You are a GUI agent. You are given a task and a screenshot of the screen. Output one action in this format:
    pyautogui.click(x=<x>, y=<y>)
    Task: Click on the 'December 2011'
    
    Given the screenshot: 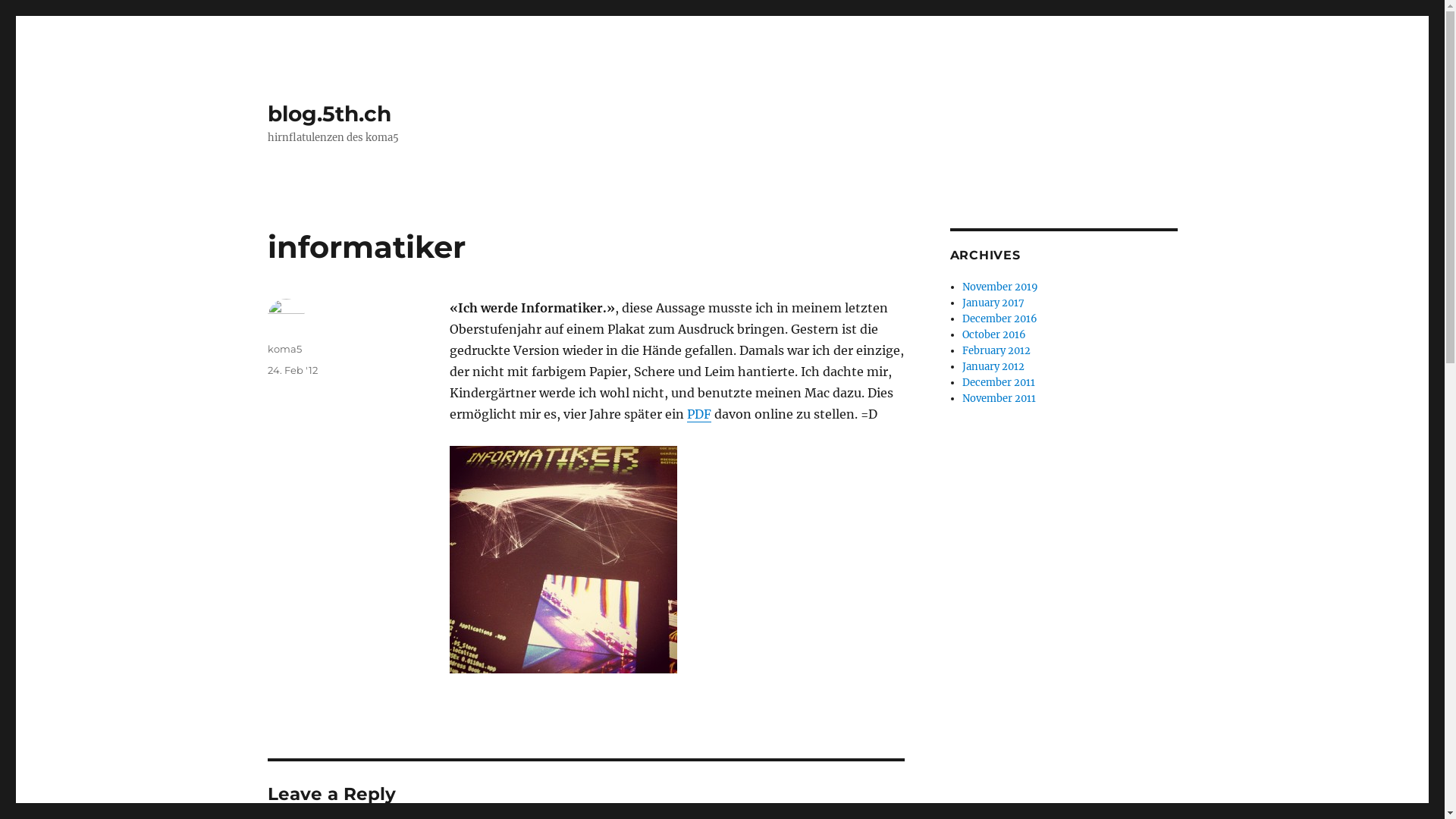 What is the action you would take?
    pyautogui.click(x=961, y=381)
    